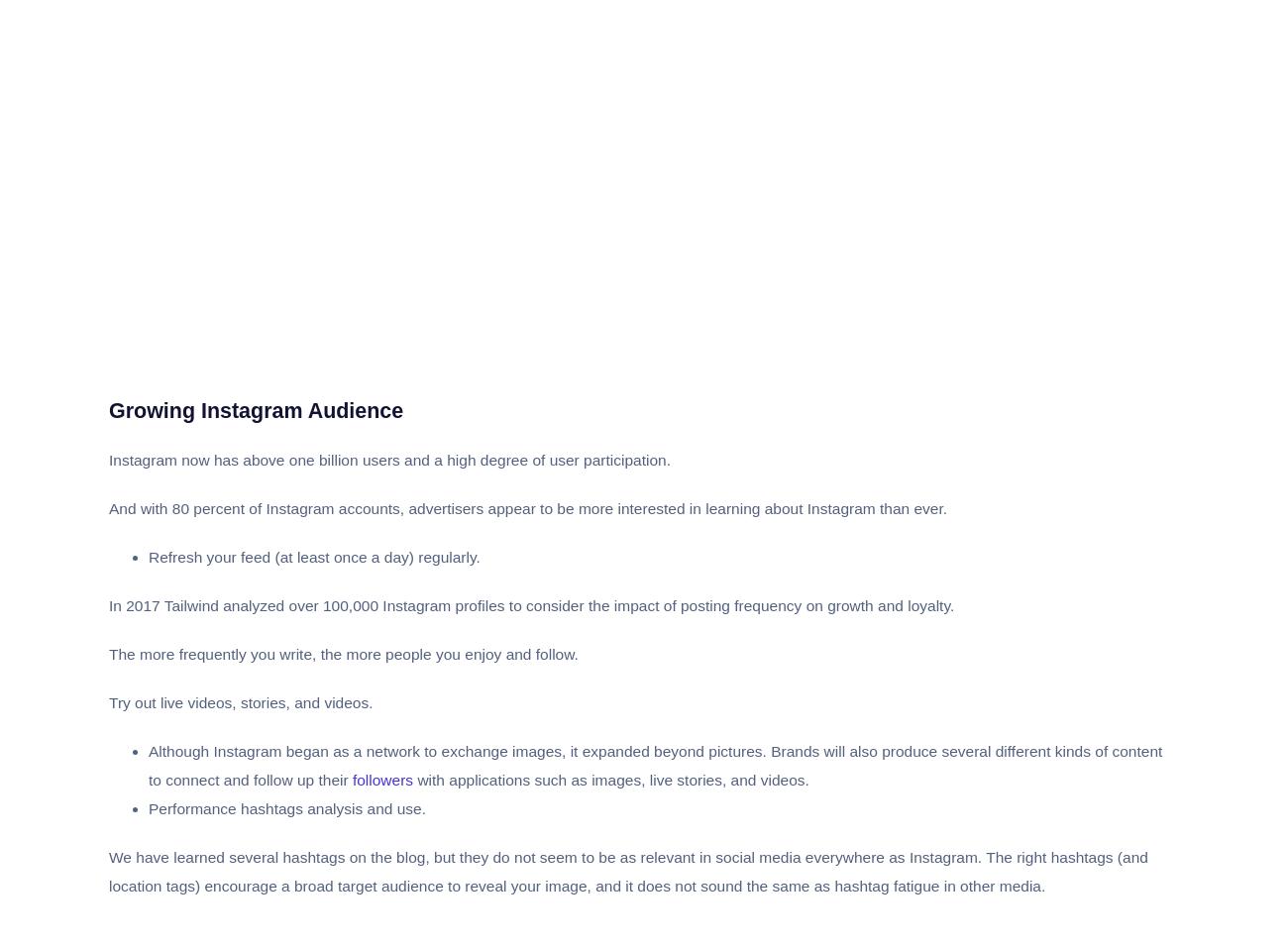 This screenshot has width=1288, height=947. What do you see at coordinates (313, 556) in the screenshot?
I see `'Refresh your feed (at least once a day) regularly.'` at bounding box center [313, 556].